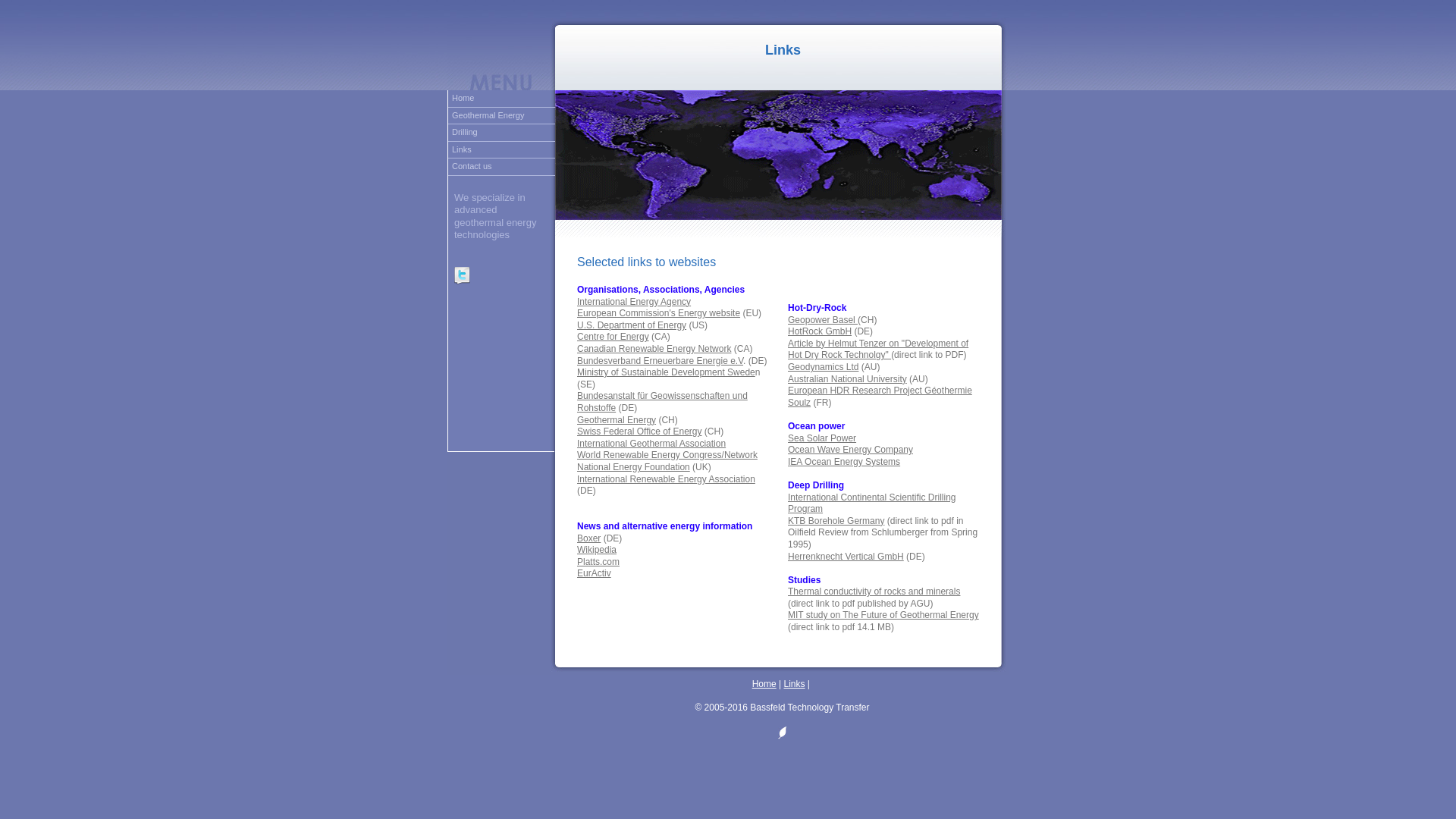  Describe the element at coordinates (593, 573) in the screenshot. I see `'EurActiv'` at that location.